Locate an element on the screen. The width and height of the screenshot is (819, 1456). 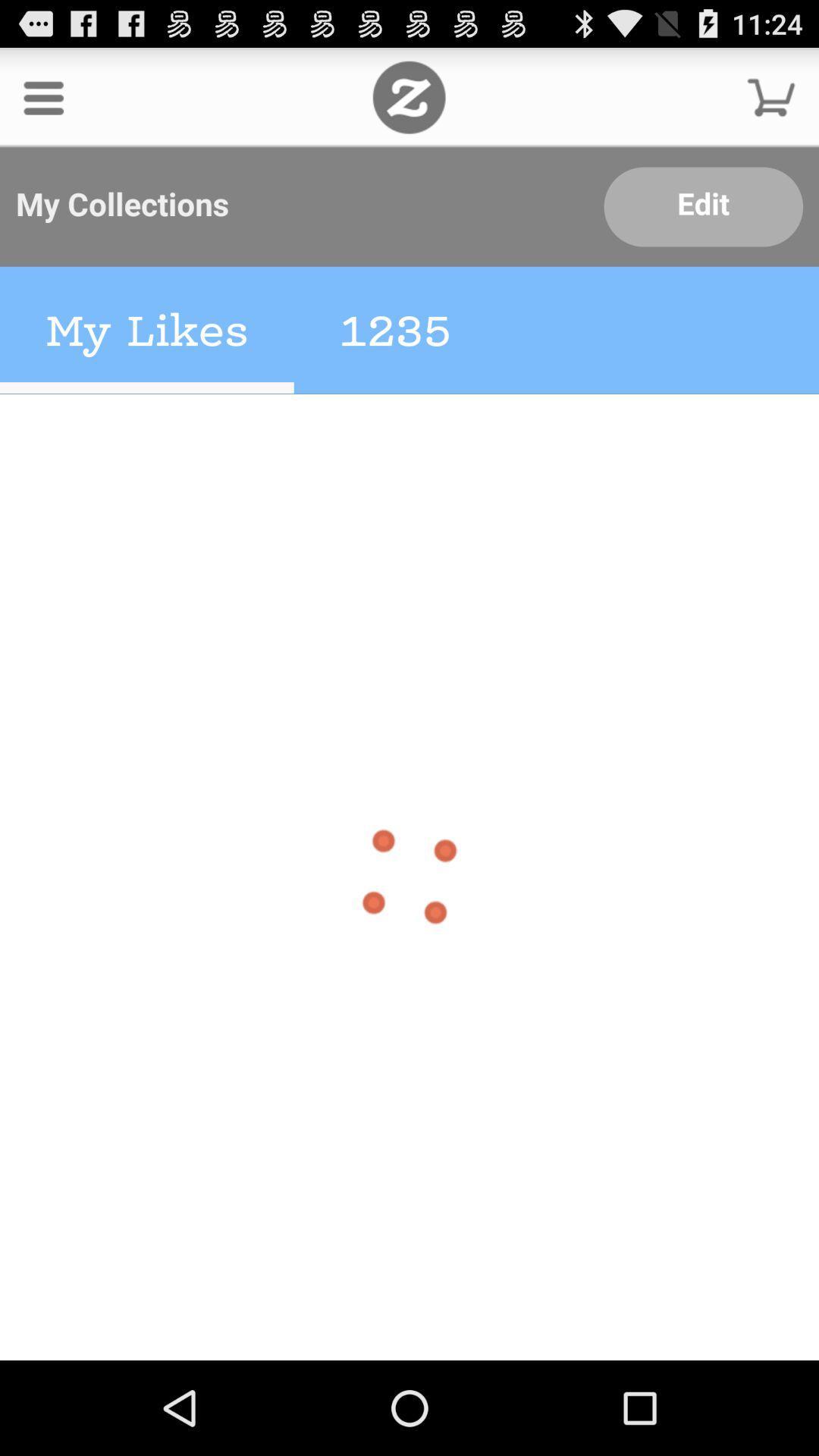
the cart icon is located at coordinates (771, 103).